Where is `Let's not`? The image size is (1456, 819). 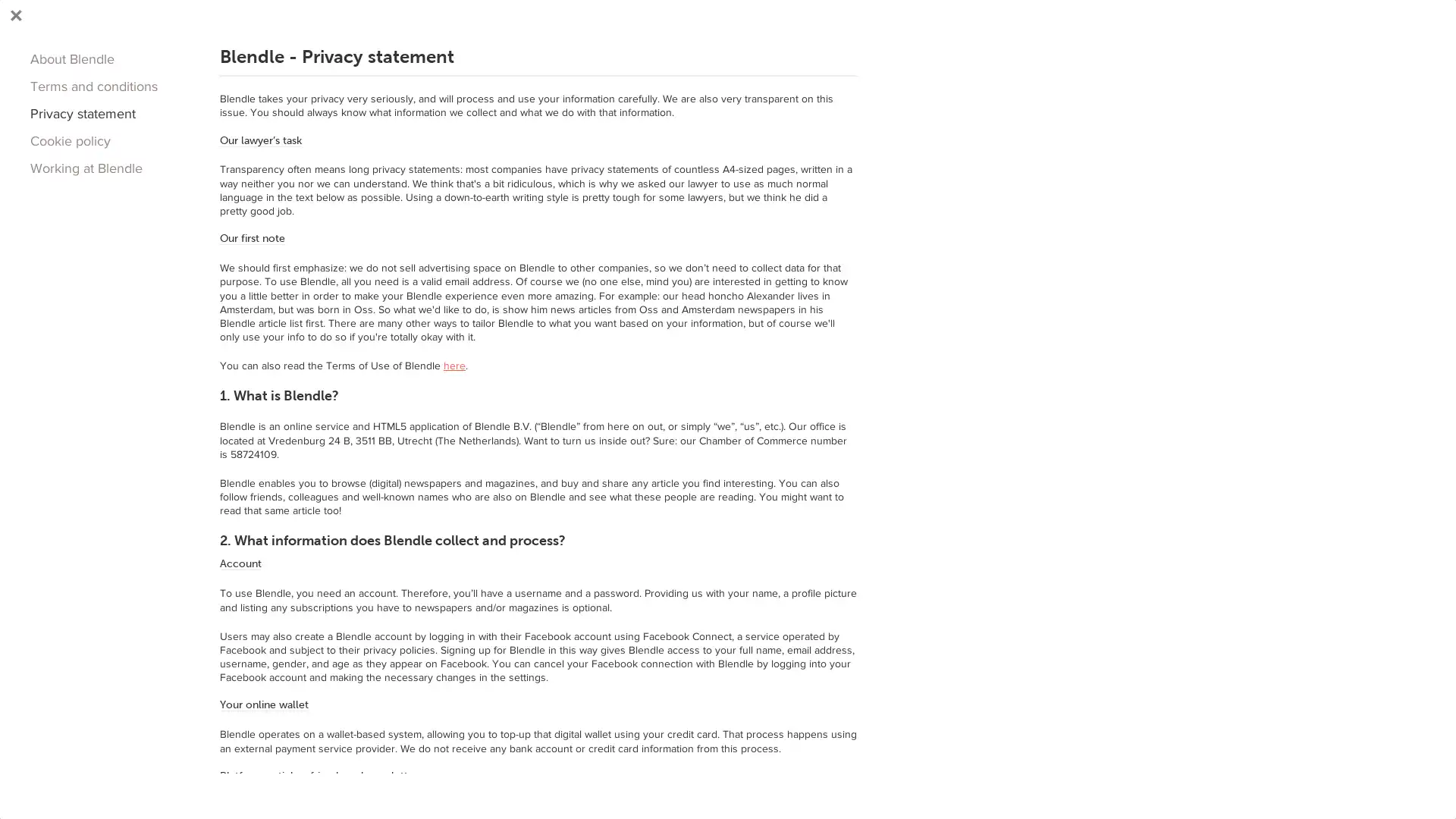 Let's not is located at coordinates (1076, 780).